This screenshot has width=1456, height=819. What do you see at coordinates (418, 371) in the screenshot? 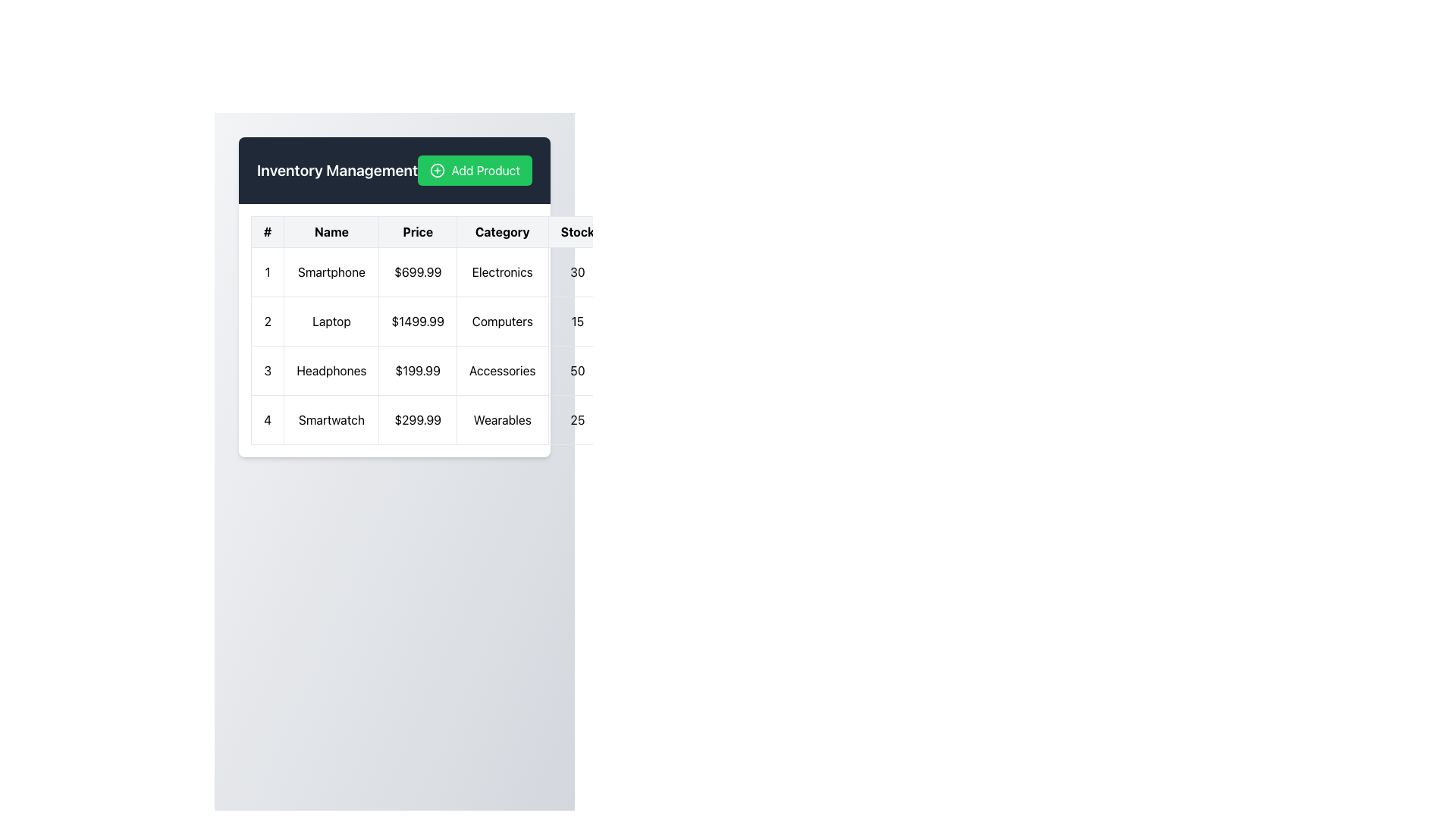
I see `the text label displaying the price '$199.99' for the item 'Headphones', located in the third row and third column of the table` at bounding box center [418, 371].